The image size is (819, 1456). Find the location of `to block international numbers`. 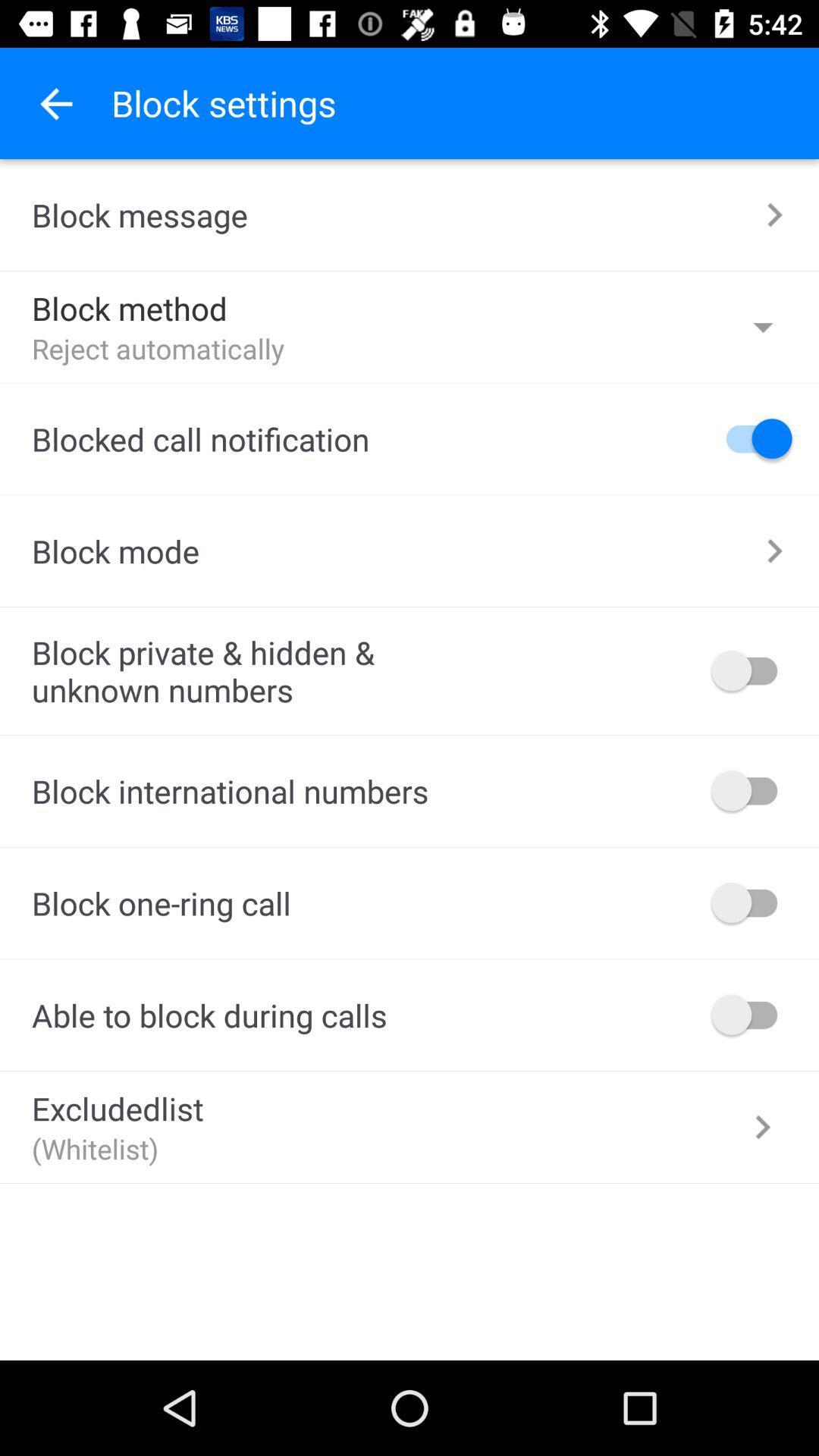

to block international numbers is located at coordinates (752, 789).